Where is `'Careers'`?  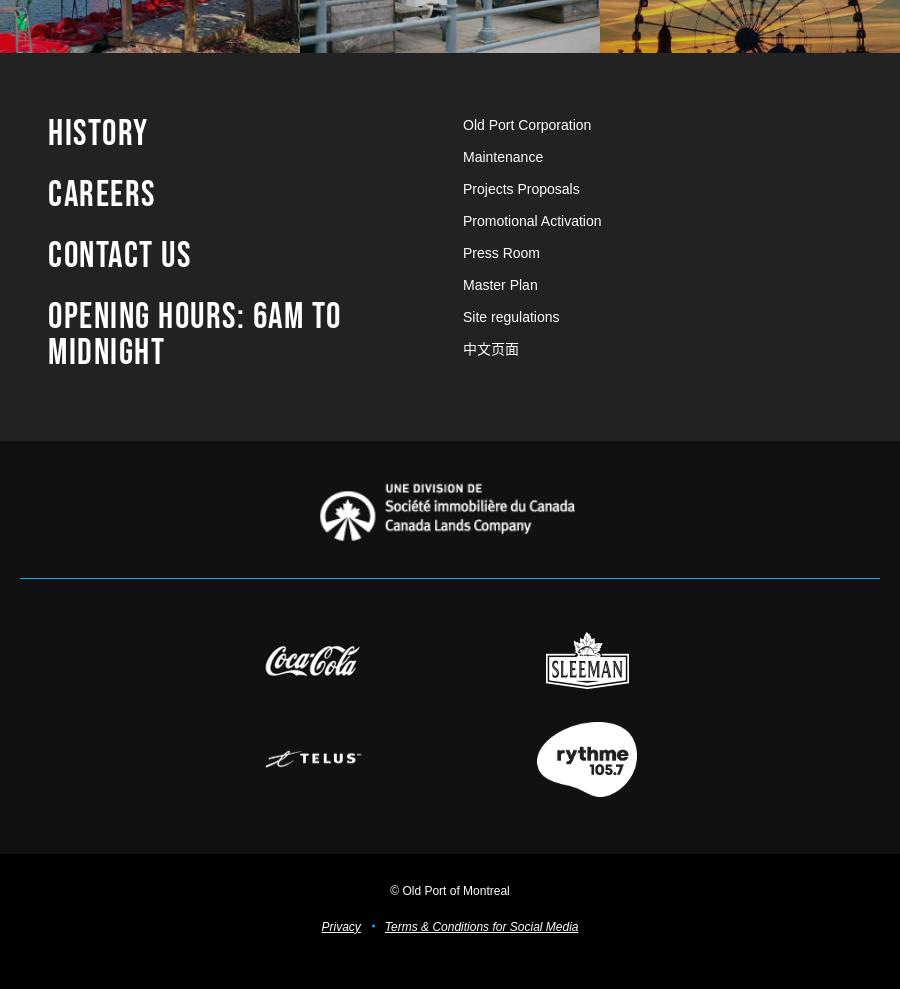
'Careers' is located at coordinates (100, 194).